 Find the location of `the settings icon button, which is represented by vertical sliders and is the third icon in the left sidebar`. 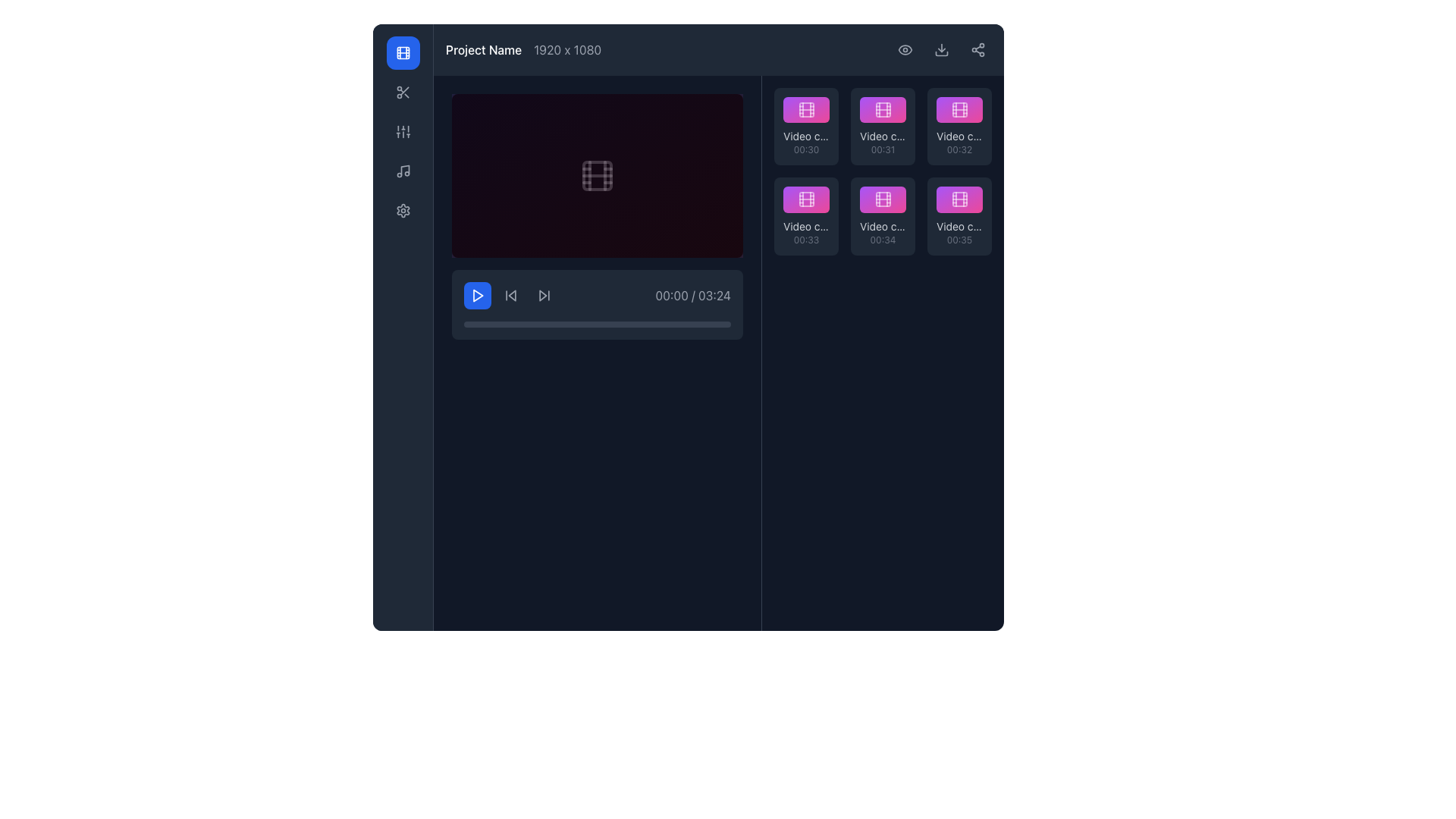

the settings icon button, which is represented by vertical sliders and is the third icon in the left sidebar is located at coordinates (403, 130).